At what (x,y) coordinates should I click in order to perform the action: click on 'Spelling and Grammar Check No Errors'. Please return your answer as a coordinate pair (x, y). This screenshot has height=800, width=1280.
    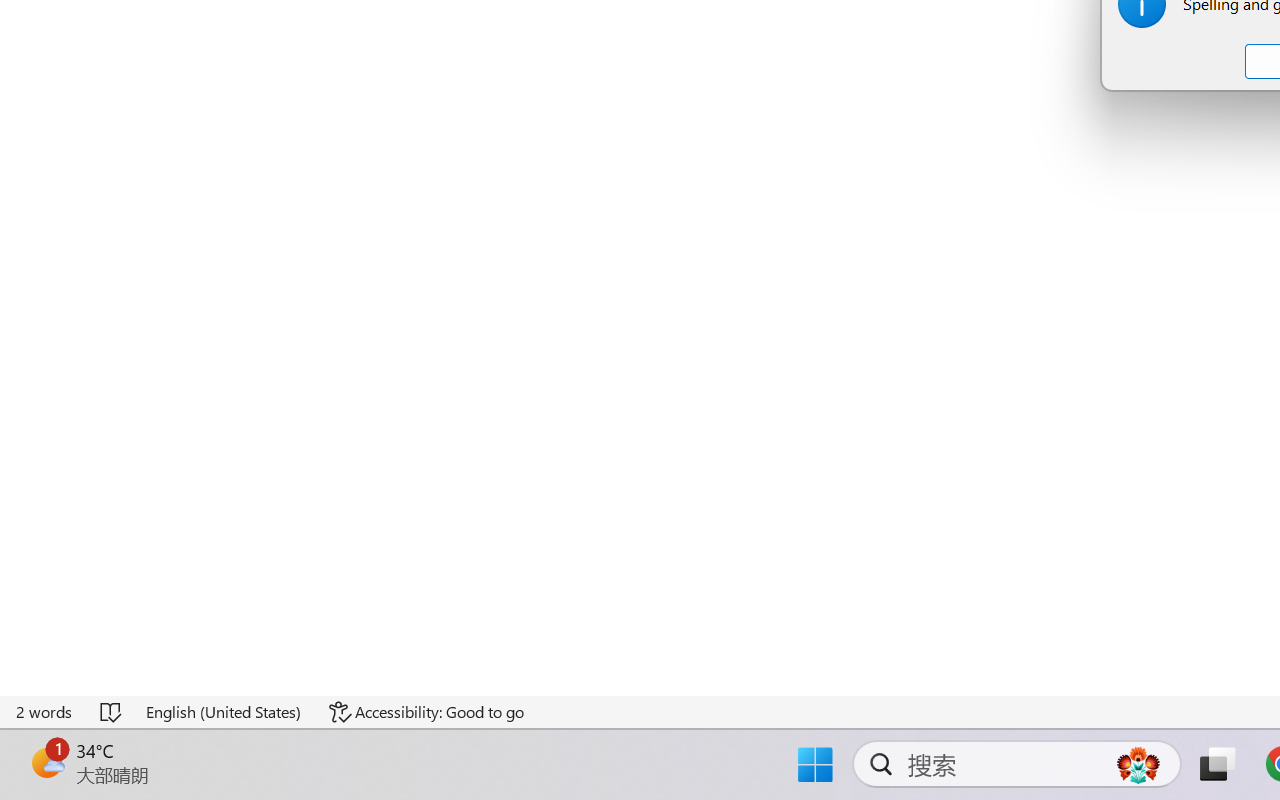
    Looking at the image, I should click on (111, 711).